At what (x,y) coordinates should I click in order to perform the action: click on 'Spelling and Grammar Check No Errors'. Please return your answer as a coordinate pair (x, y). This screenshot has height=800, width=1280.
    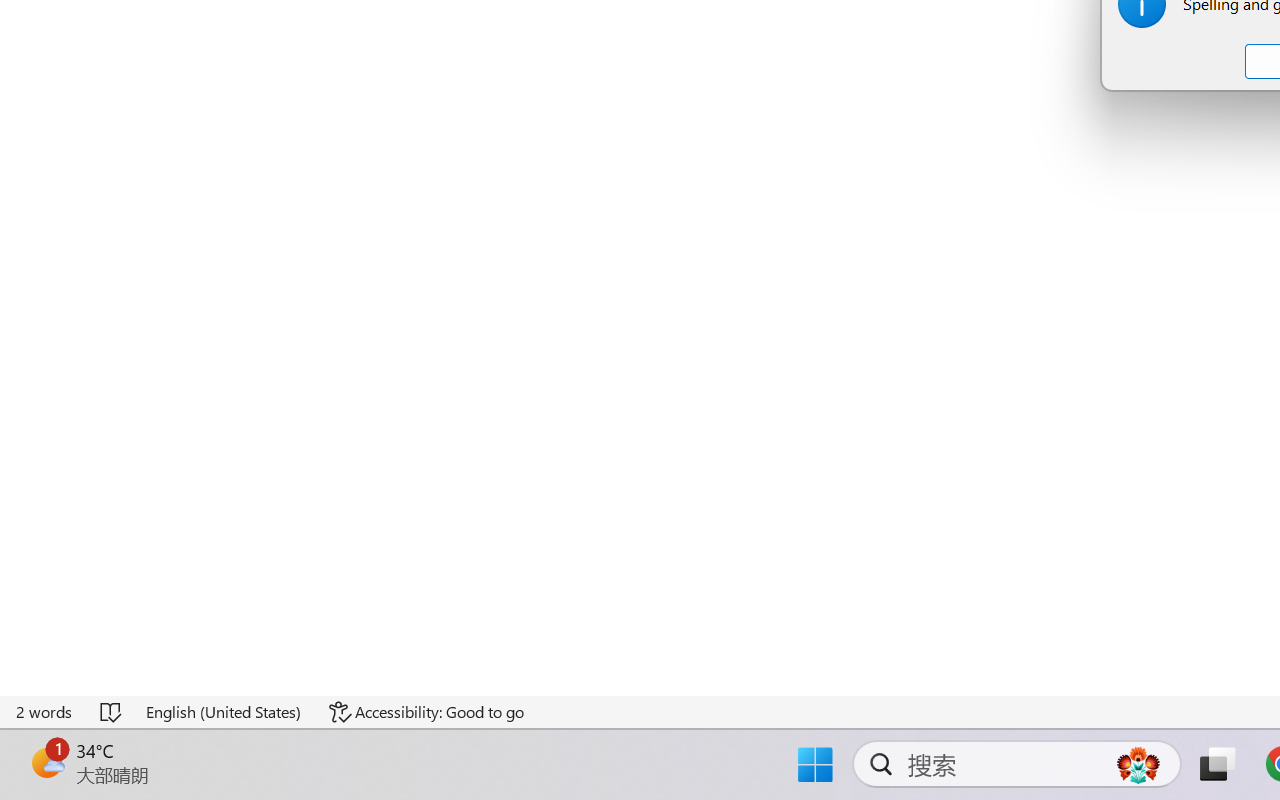
    Looking at the image, I should click on (111, 711).